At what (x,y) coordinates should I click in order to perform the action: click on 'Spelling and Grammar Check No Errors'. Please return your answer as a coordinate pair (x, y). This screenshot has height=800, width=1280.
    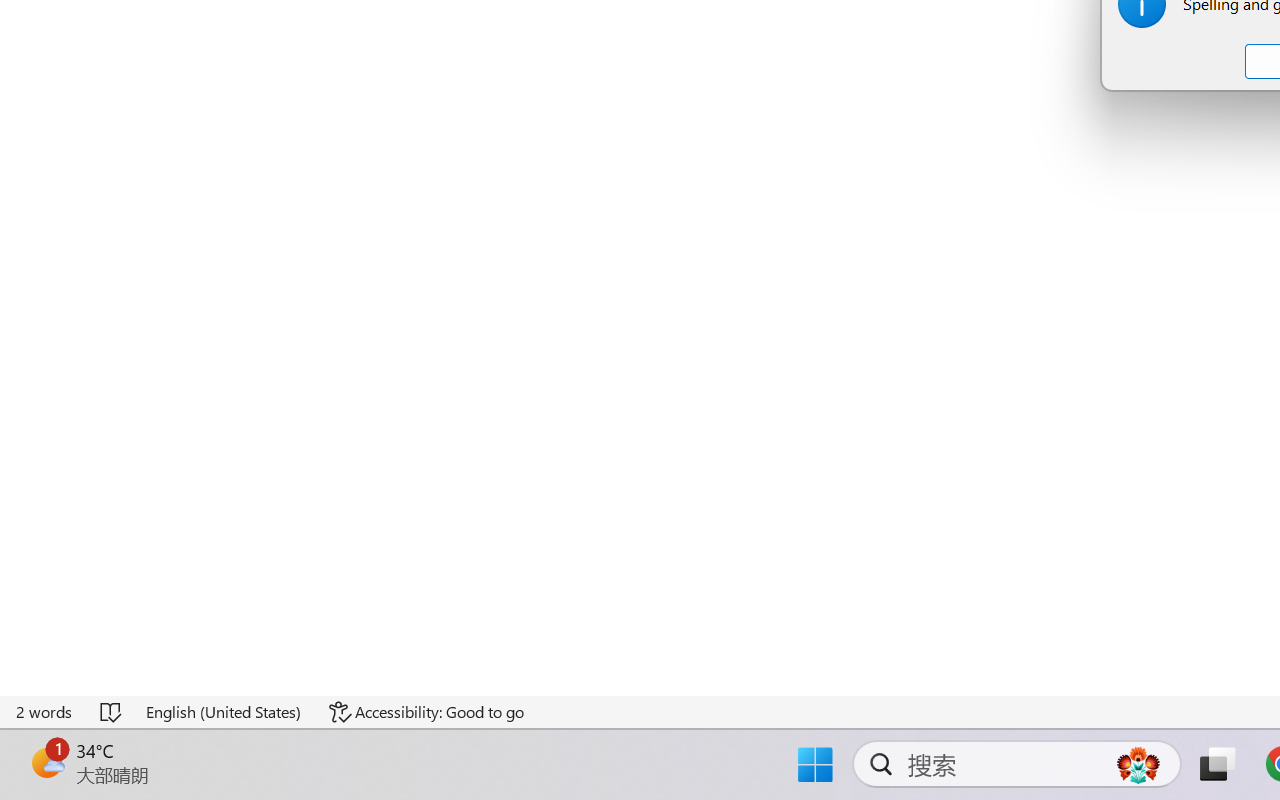
    Looking at the image, I should click on (111, 711).